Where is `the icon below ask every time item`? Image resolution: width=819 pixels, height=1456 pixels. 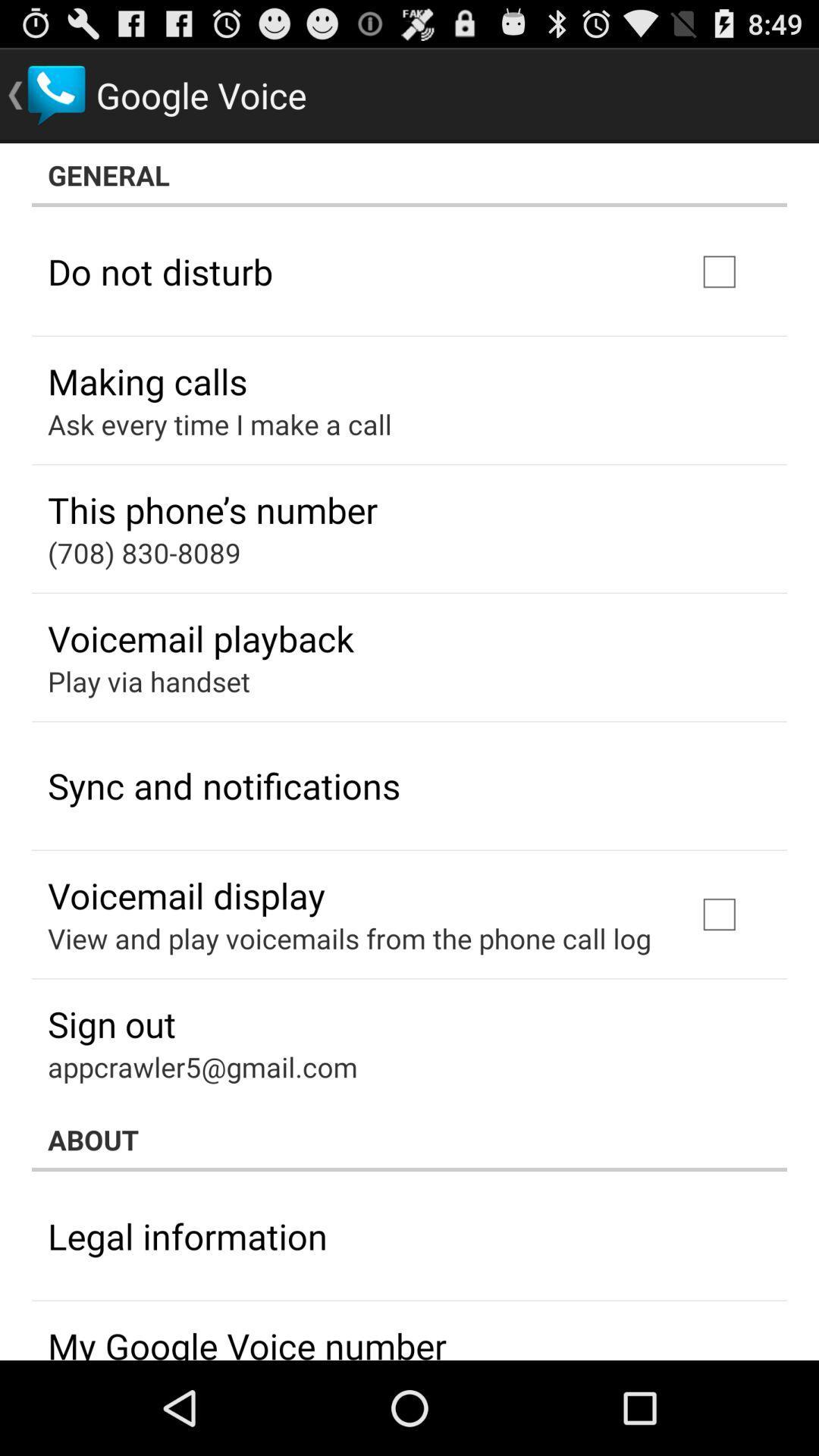
the icon below ask every time item is located at coordinates (212, 510).